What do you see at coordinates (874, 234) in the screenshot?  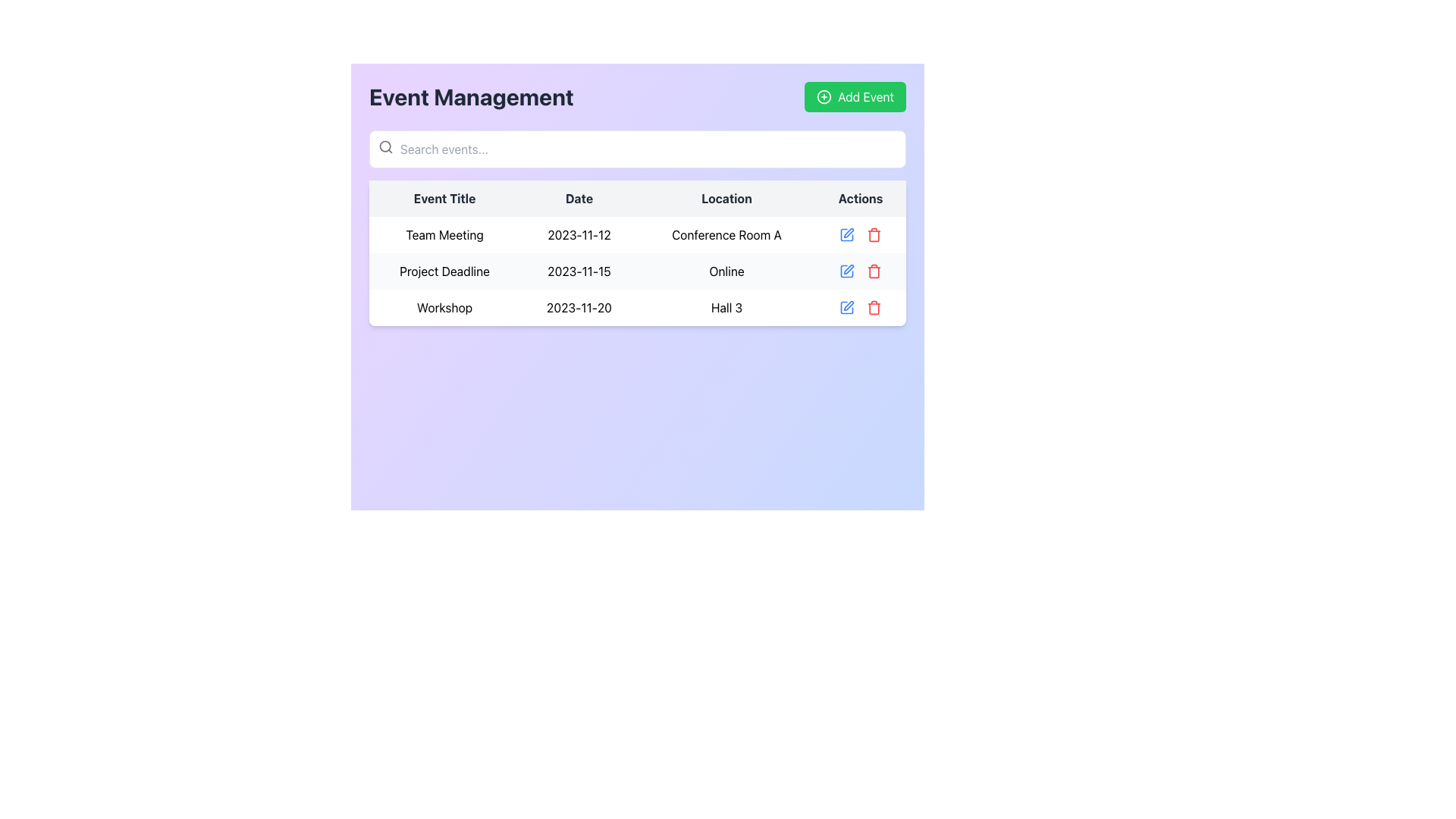 I see `the red trash icon in the 'Actions' column of the table` at bounding box center [874, 234].